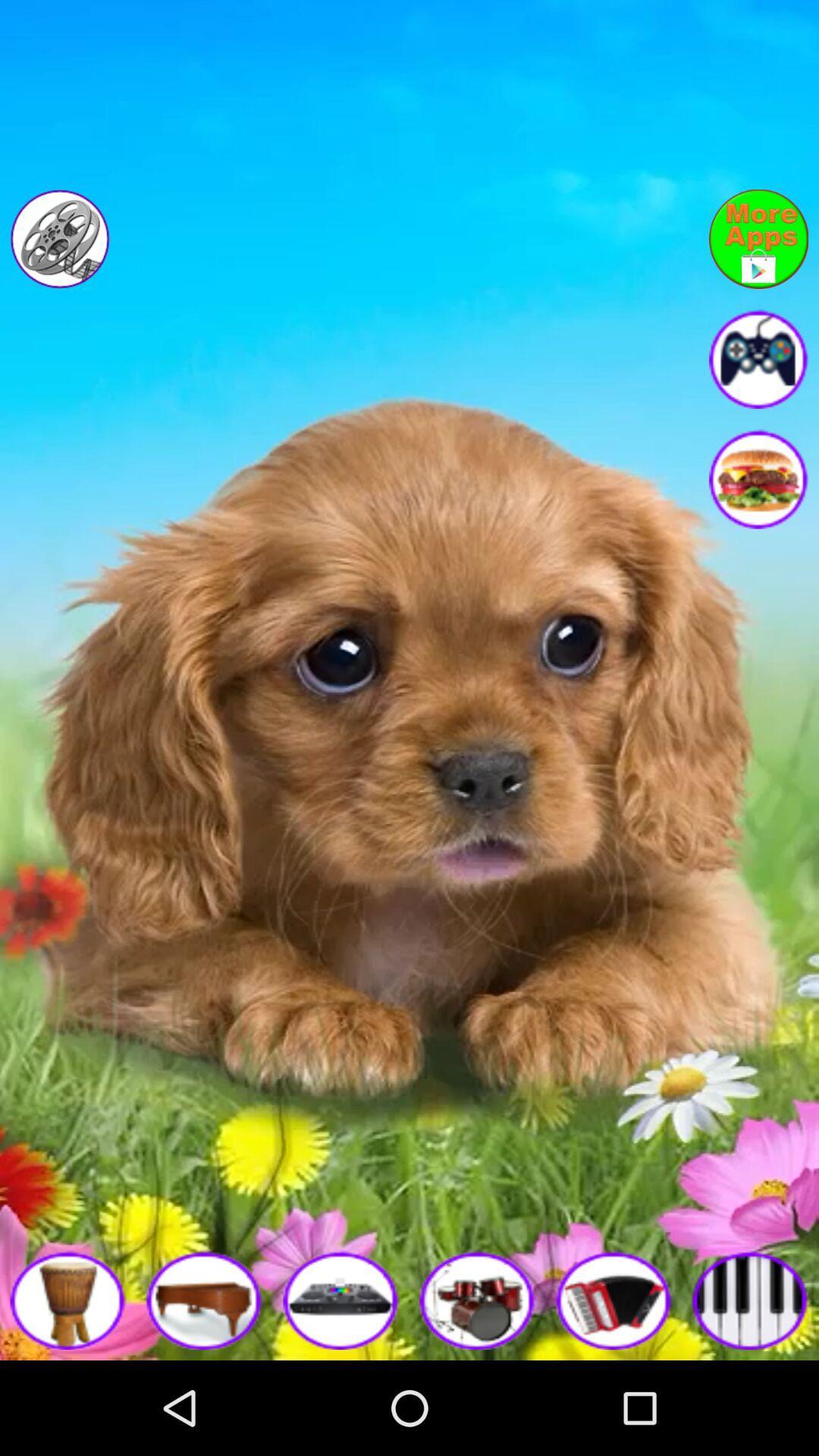 The width and height of the screenshot is (819, 1456). Describe the element at coordinates (67, 1299) in the screenshot. I see `instrument` at that location.